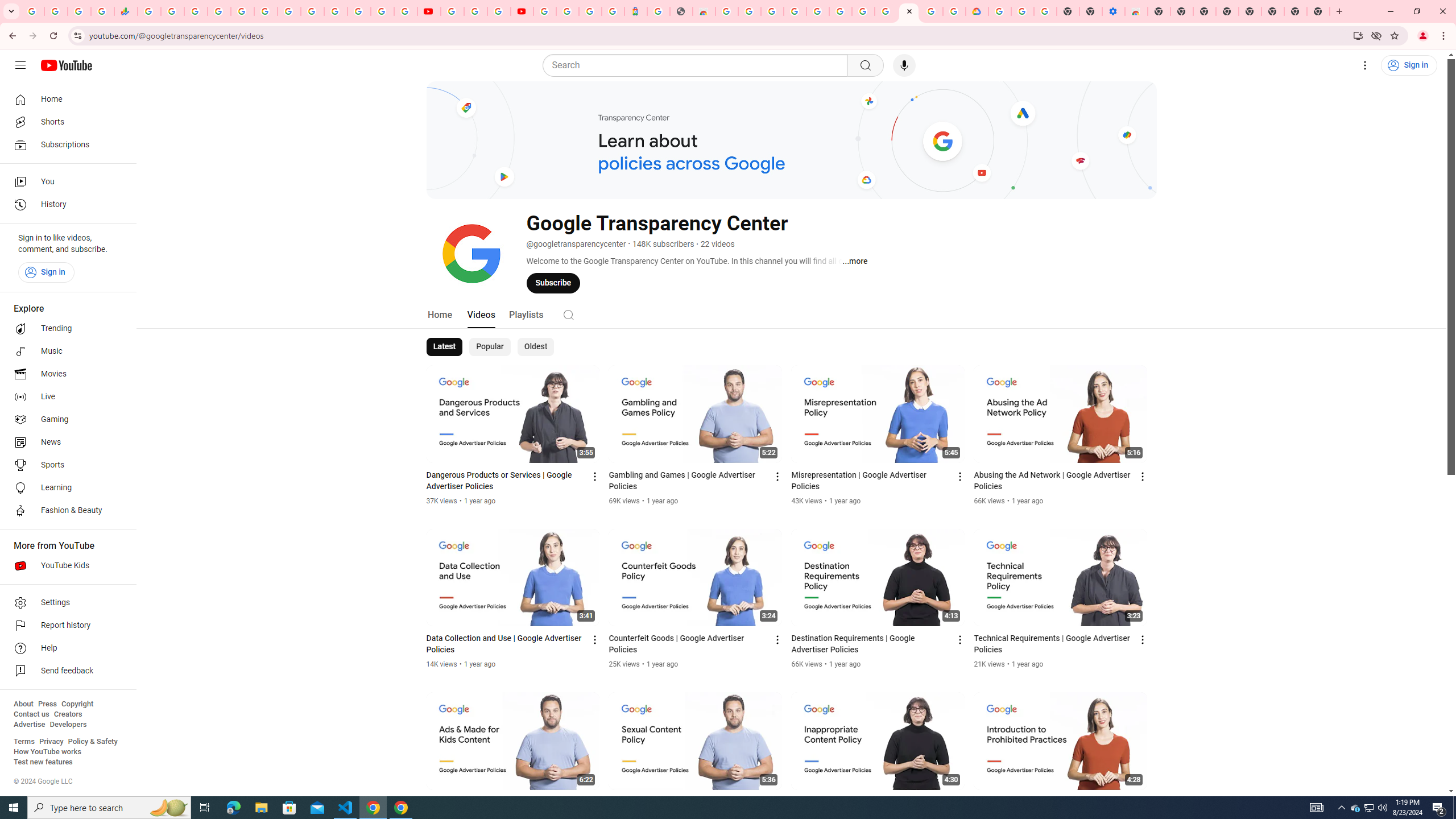 The width and height of the screenshot is (1456, 819). I want to click on 'Subscriptions', so click(64, 144).